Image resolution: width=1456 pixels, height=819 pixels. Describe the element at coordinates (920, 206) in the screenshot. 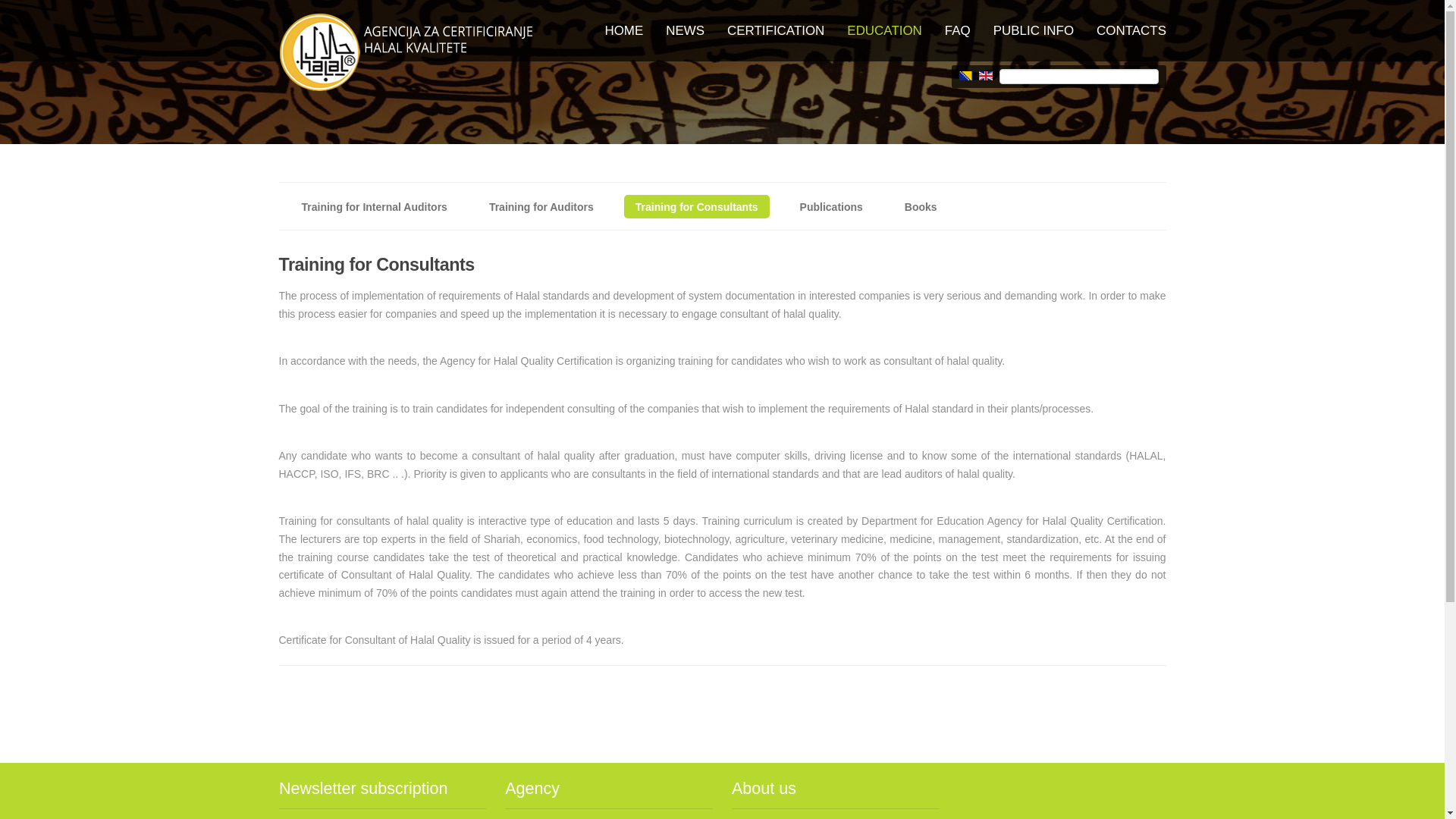

I see `'Books'` at that location.